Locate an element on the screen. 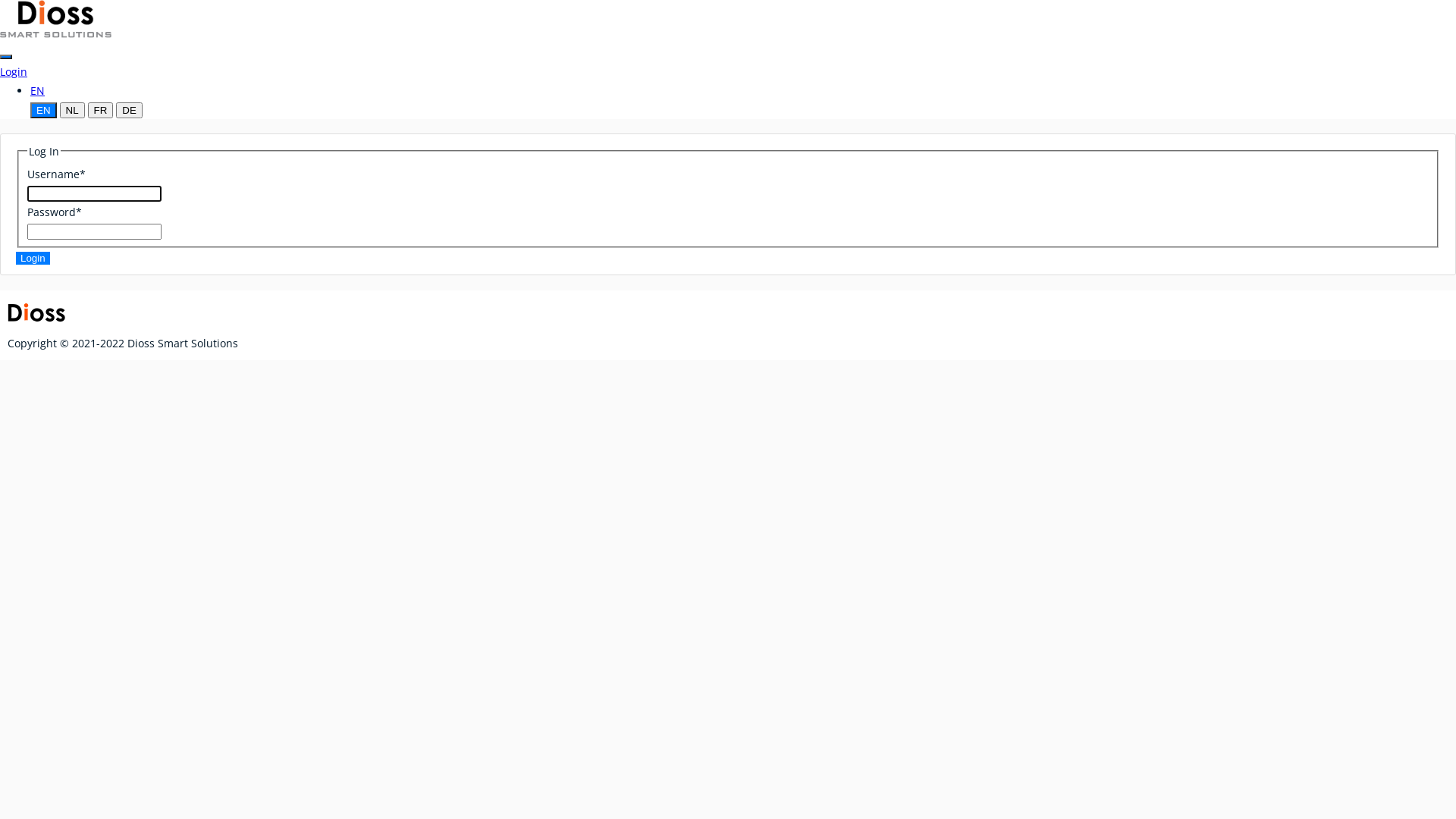 This screenshot has width=1456, height=819. 'FR' is located at coordinates (100, 109).